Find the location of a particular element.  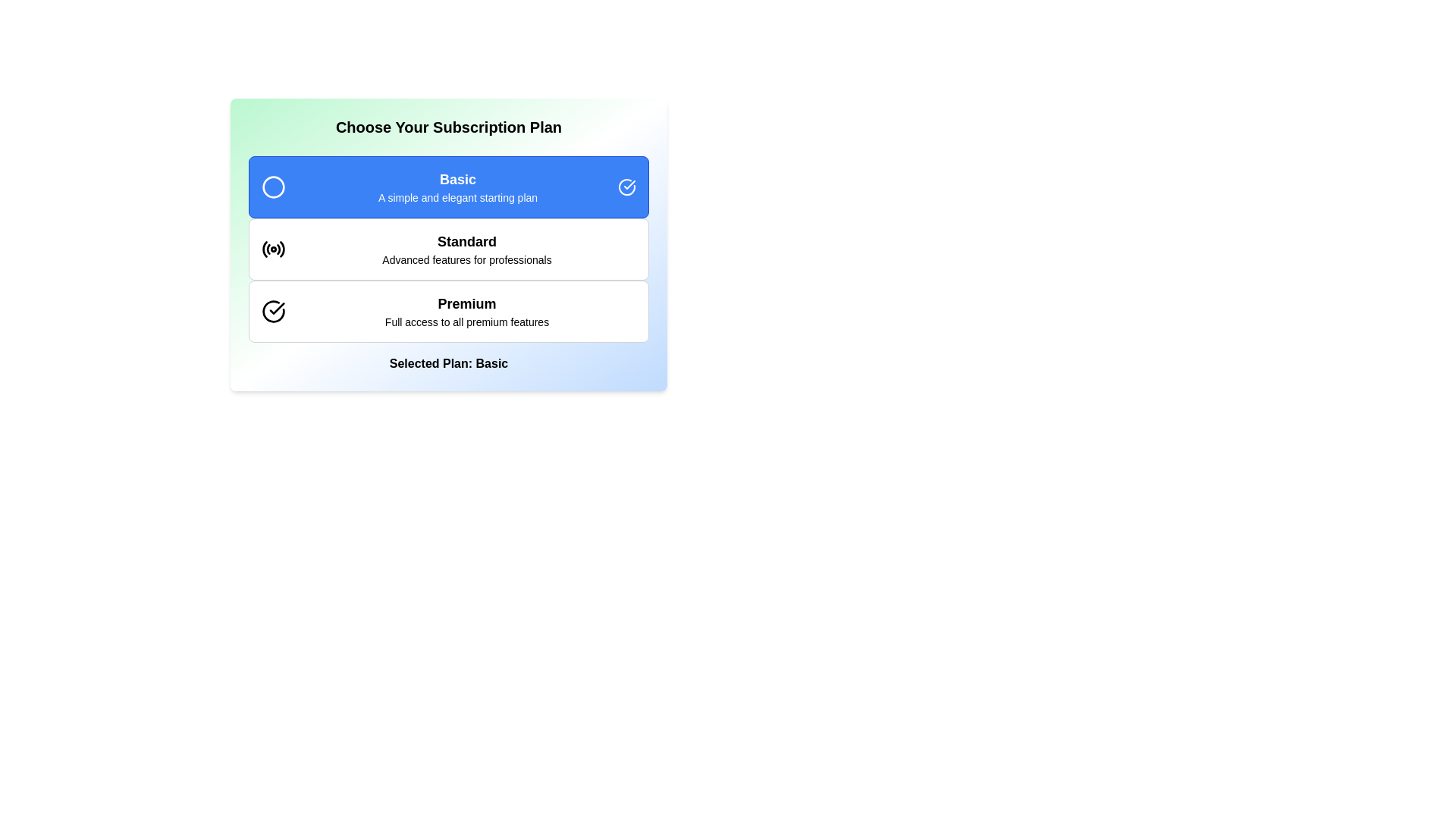

the 'Standard' subscription plan selectable option, which is the second option in a vertical list of subscription plans is located at coordinates (447, 248).